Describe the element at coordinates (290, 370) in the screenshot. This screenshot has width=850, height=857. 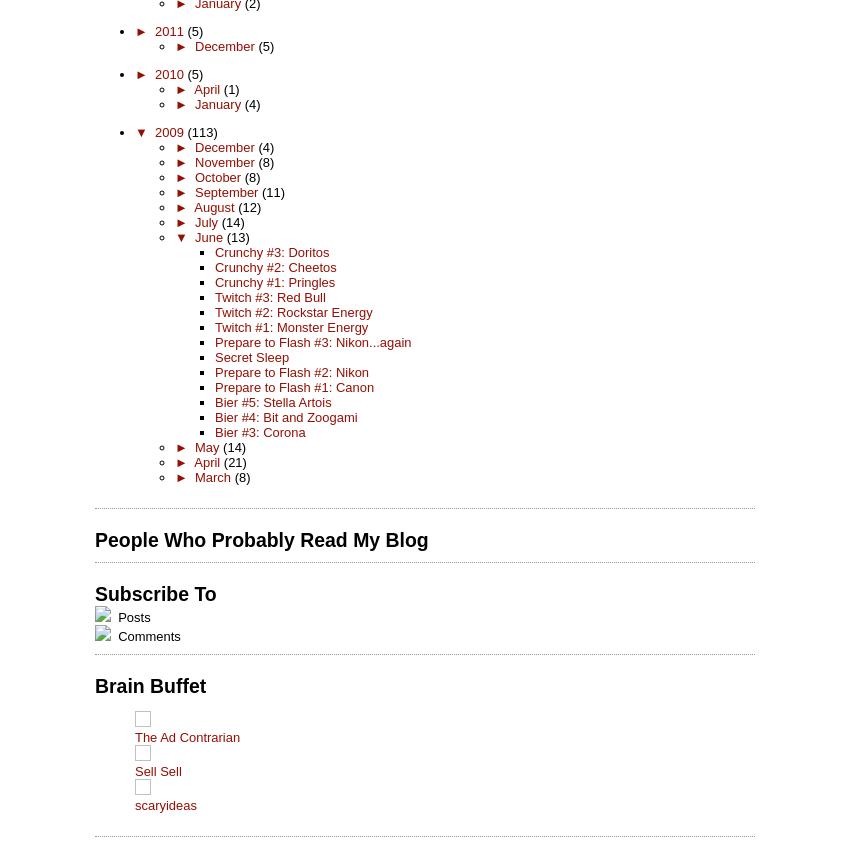
I see `'Prepare to Flash #2: Nikon'` at that location.